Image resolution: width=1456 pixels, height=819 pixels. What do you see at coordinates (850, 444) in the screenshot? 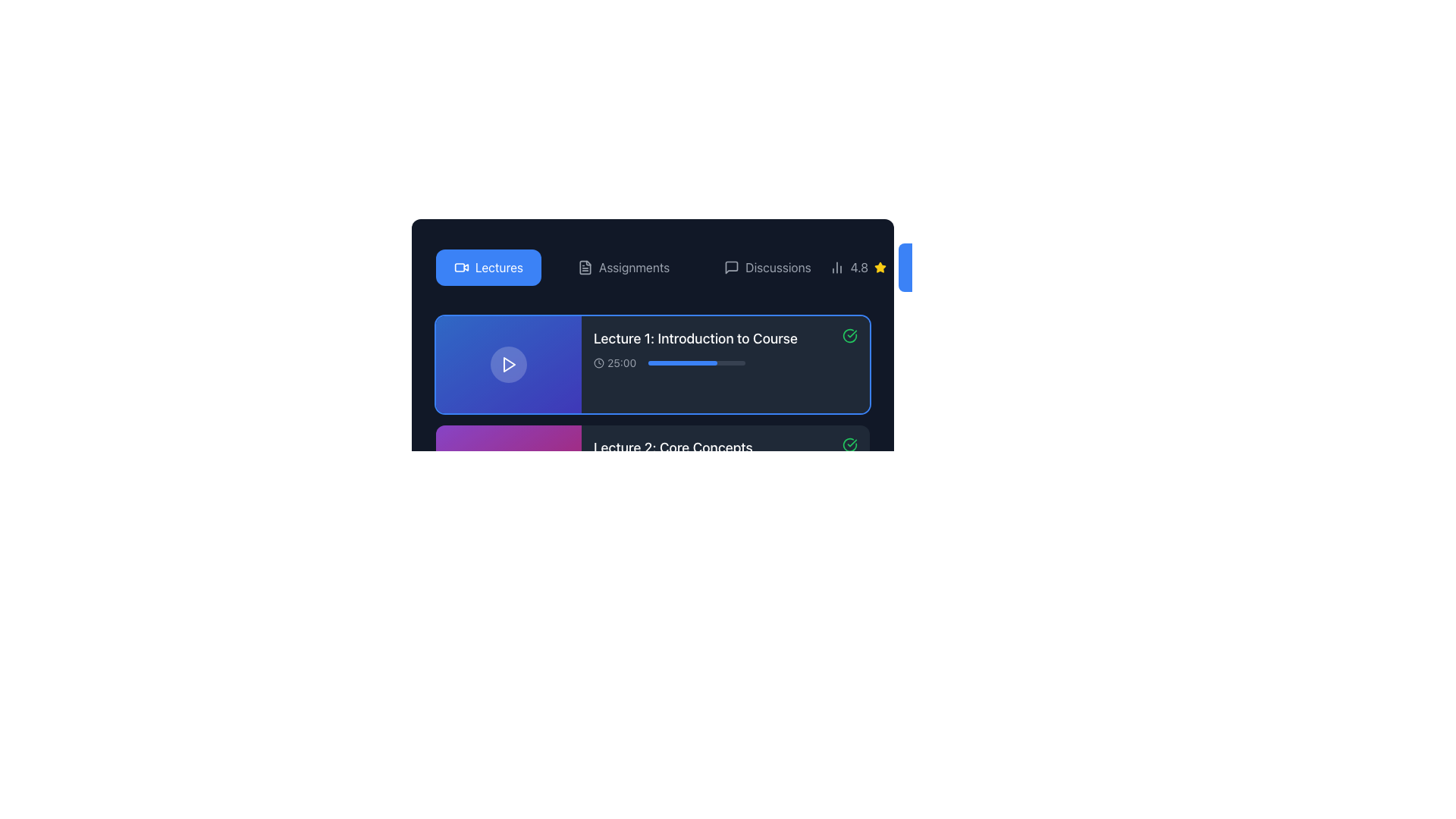
I see `the green circular icon with a checkmark indicating completion, located at the far-right of the row labeled 'Lecture 2: Core Concepts'` at bounding box center [850, 444].